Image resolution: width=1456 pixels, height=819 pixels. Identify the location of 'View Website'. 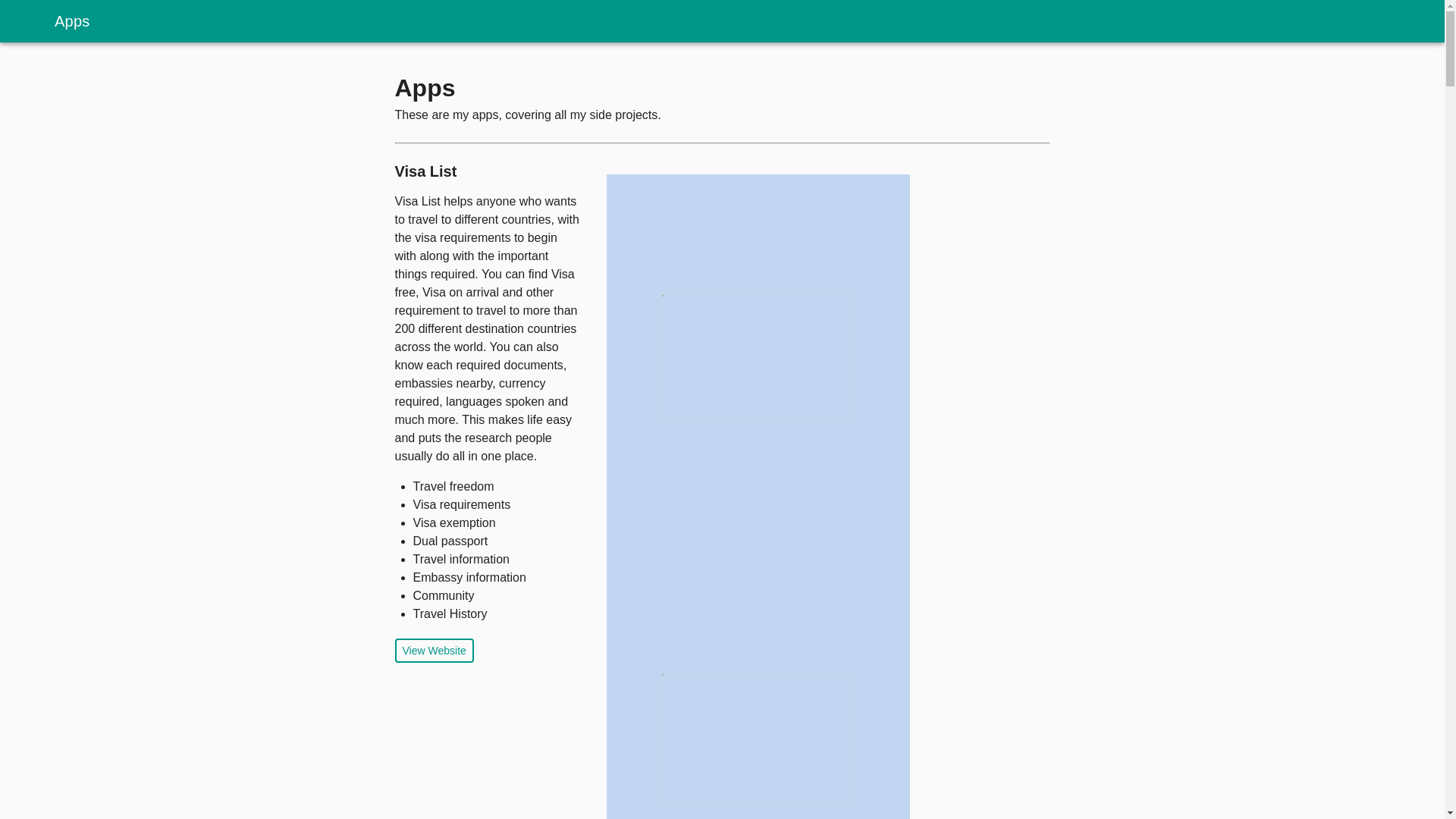
(432, 649).